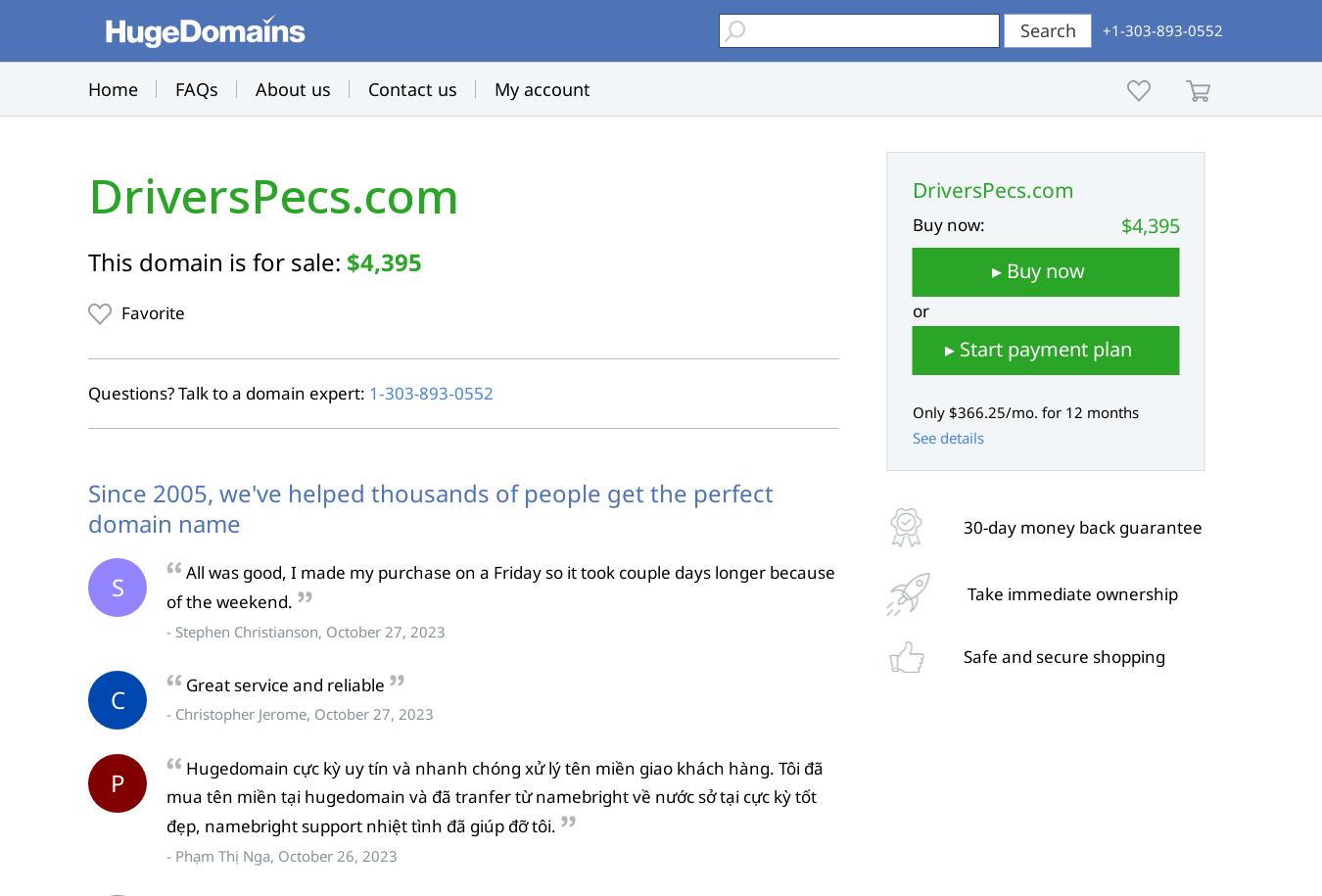 Image resolution: width=1322 pixels, height=896 pixels. Describe the element at coordinates (305, 630) in the screenshot. I see `'- Stephen Christianson, October 27, 2023'` at that location.